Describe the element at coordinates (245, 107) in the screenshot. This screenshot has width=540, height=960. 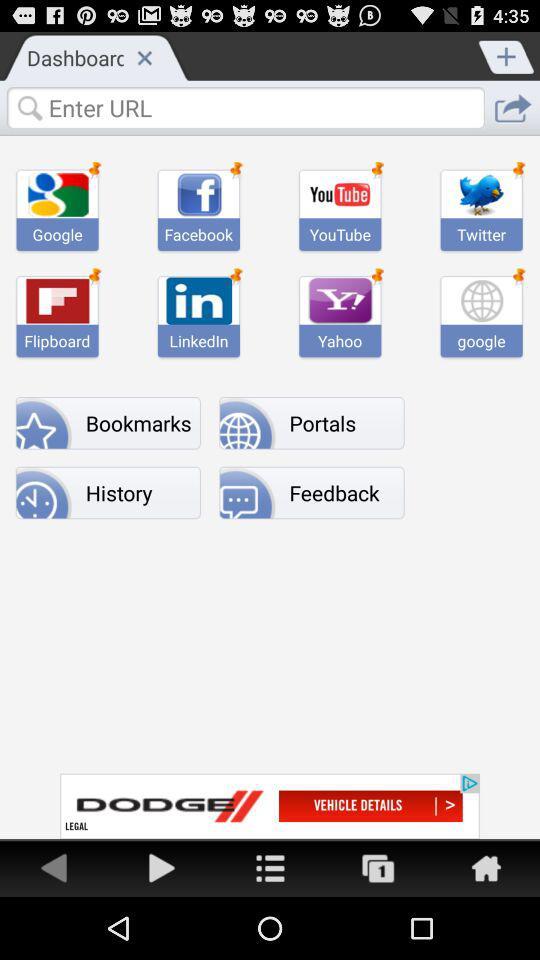
I see `search button` at that location.